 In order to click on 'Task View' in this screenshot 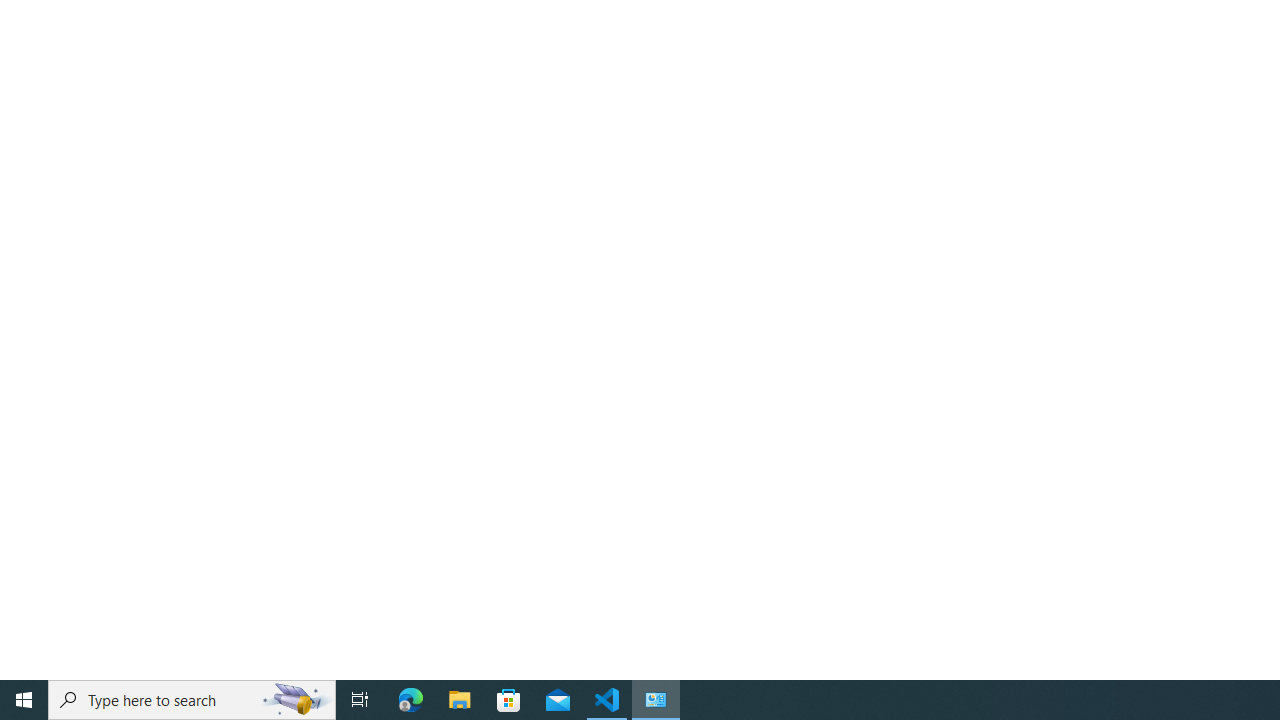, I will do `click(359, 698)`.